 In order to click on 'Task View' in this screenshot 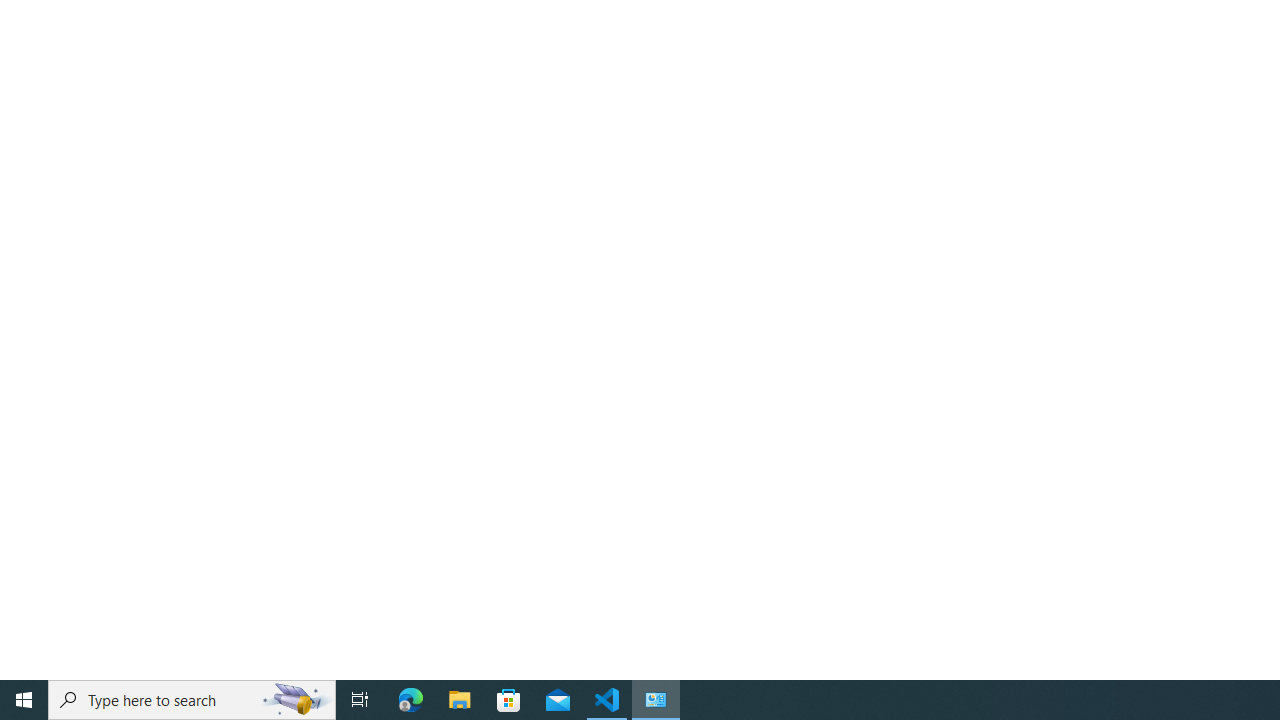, I will do `click(359, 698)`.